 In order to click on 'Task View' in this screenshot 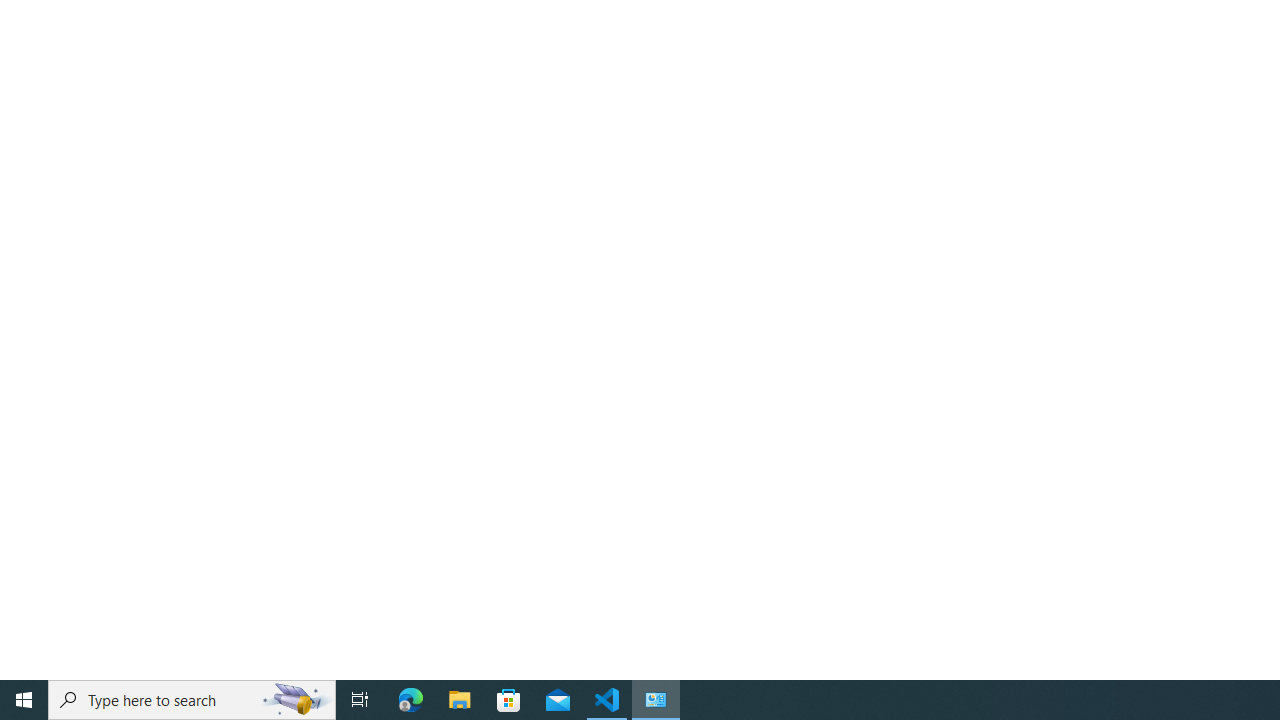, I will do `click(359, 698)`.